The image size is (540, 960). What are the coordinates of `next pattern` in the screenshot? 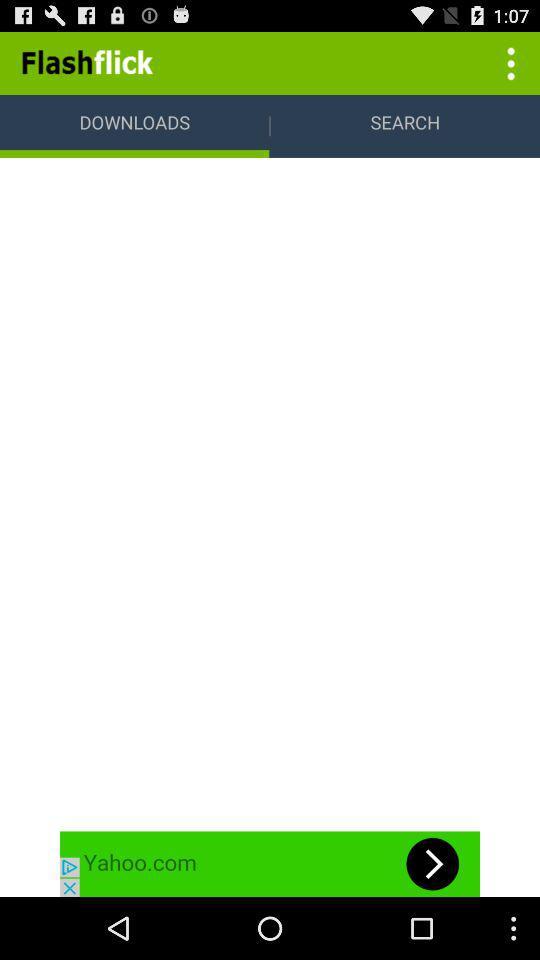 It's located at (270, 863).